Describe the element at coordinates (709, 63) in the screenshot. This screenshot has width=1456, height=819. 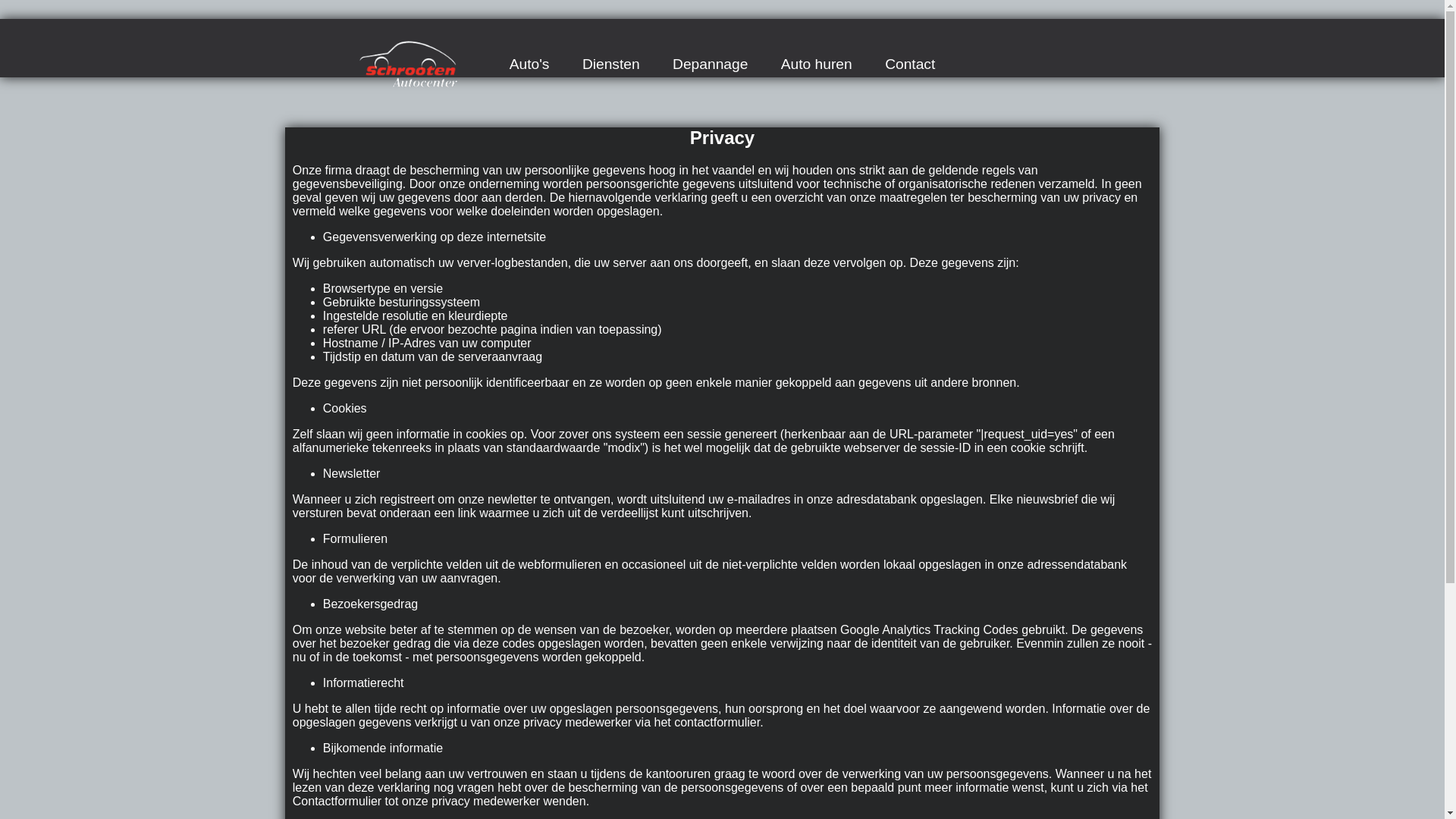
I see `'Depannage'` at that location.